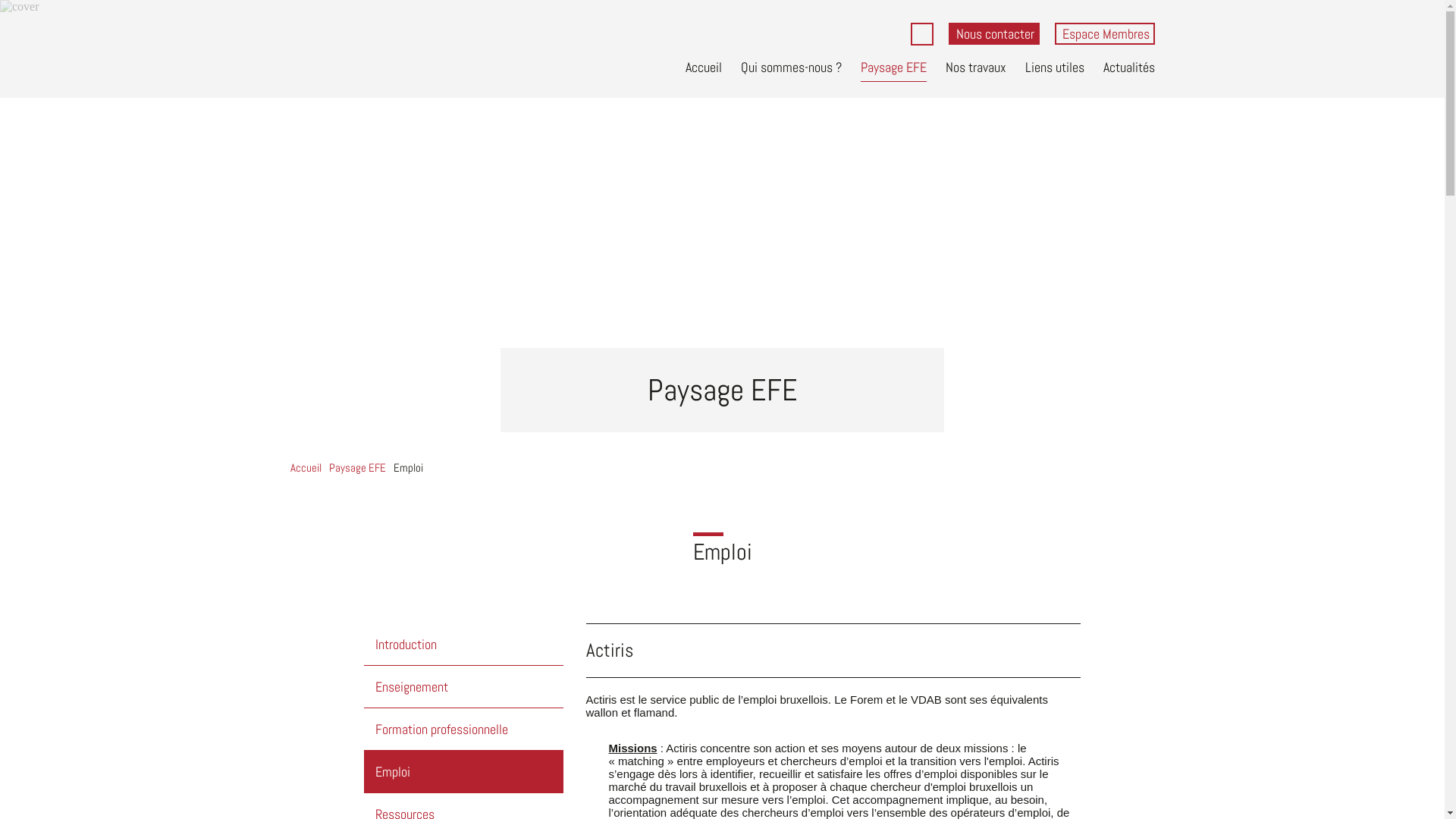 This screenshot has width=1456, height=819. What do you see at coordinates (407, 466) in the screenshot?
I see `'Emploi'` at bounding box center [407, 466].